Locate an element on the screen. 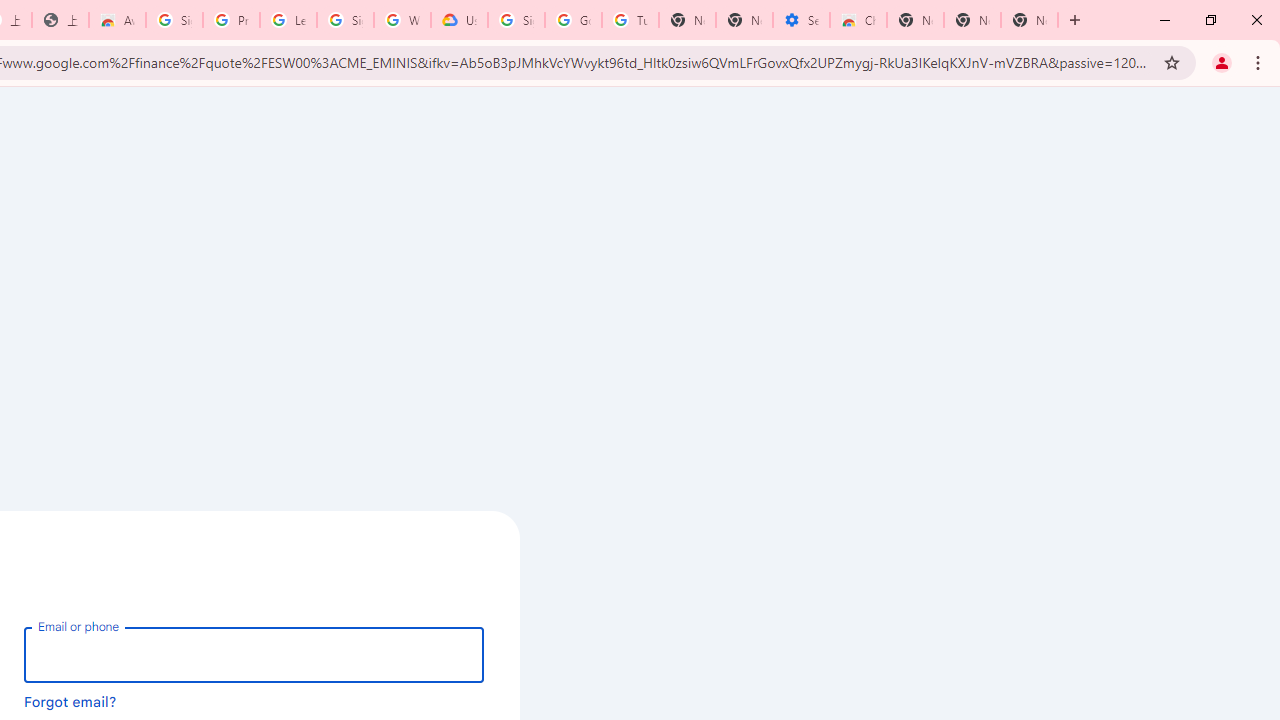  'Sign in - Google Accounts' is located at coordinates (174, 20).